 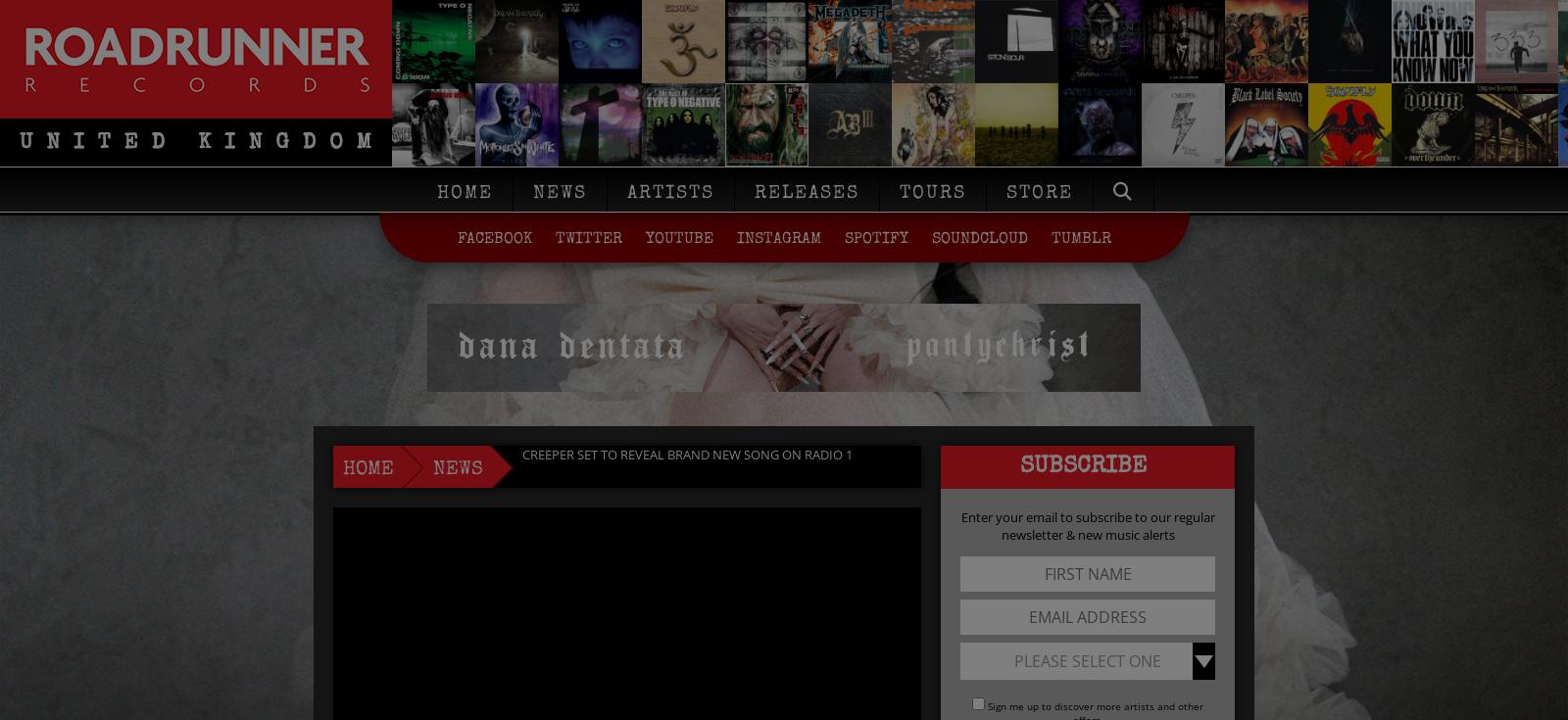 I want to click on 'News', so click(x=559, y=194).